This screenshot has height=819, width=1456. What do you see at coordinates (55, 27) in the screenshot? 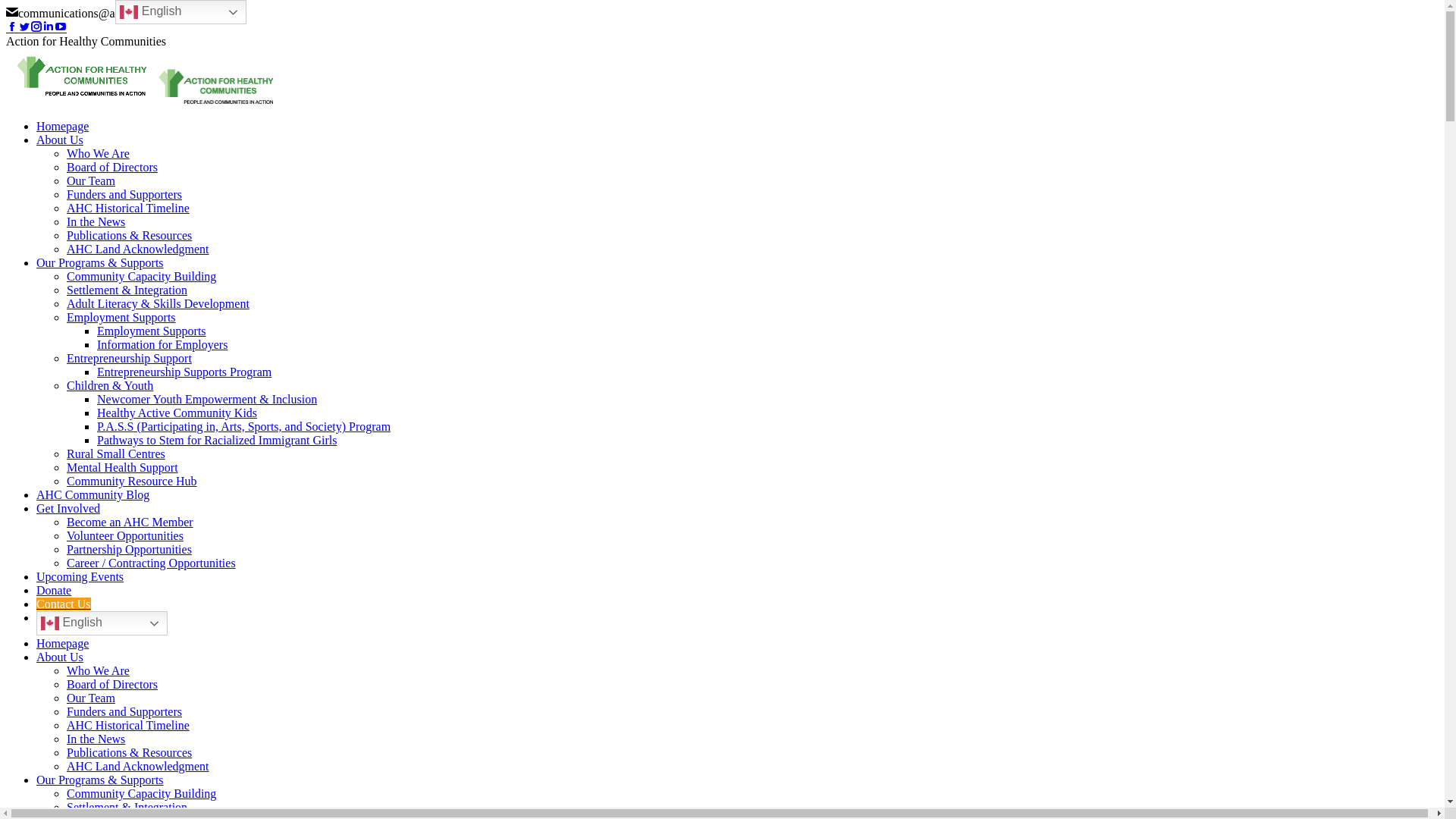
I see `'YouTube page opens in new window'` at bounding box center [55, 27].